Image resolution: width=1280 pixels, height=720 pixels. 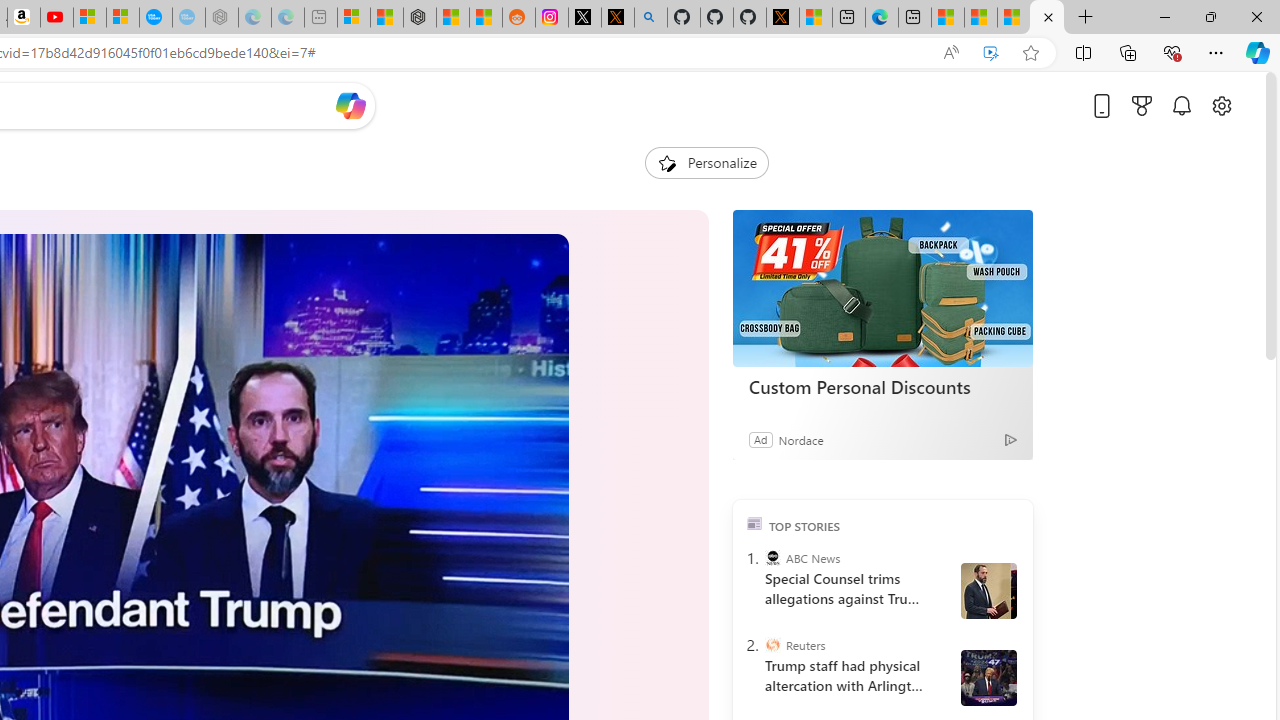 I want to click on 'Browser essentials', so click(x=1171, y=51).